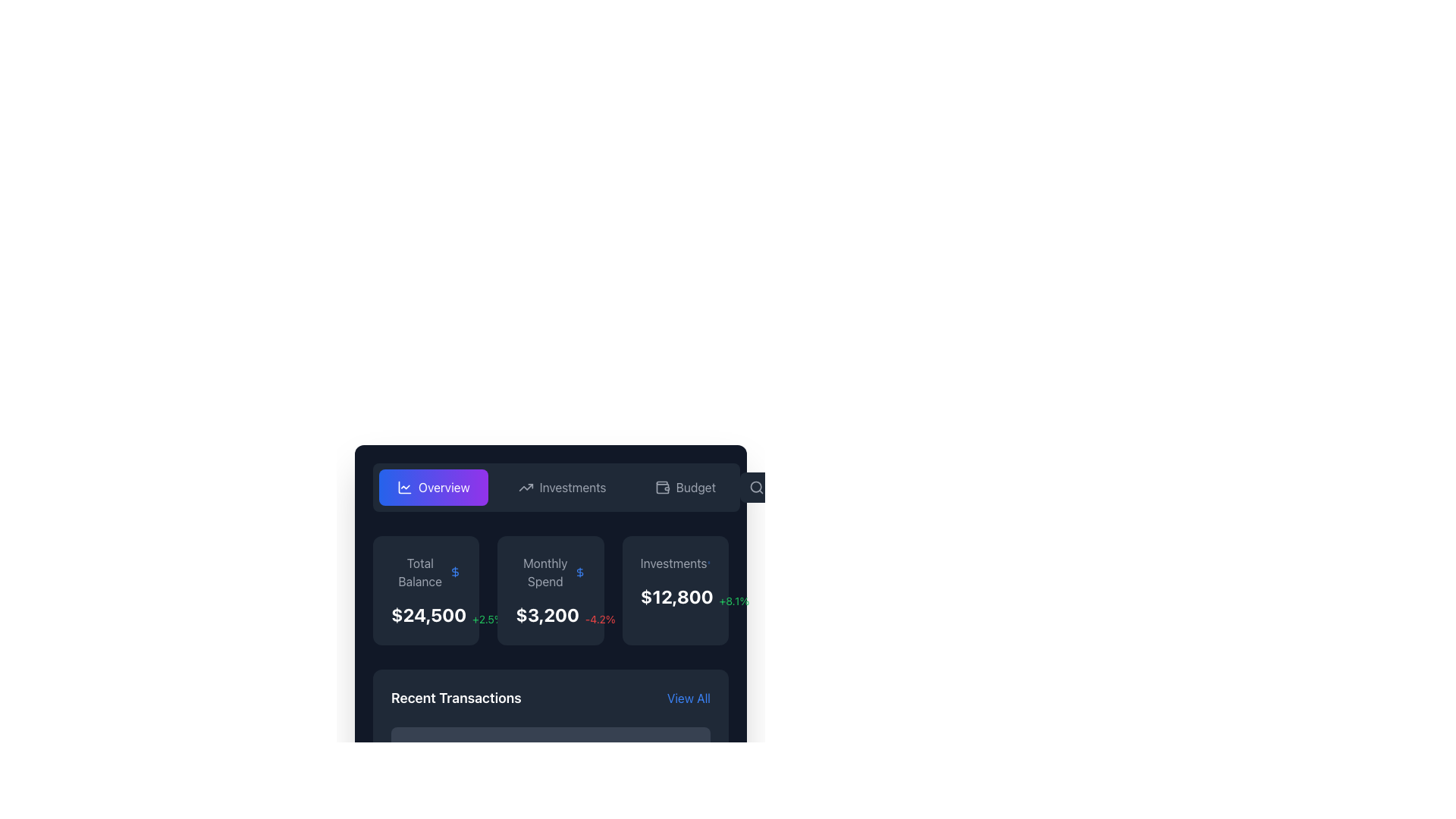 The height and width of the screenshot is (819, 1456). What do you see at coordinates (572, 488) in the screenshot?
I see `the 'Investments' text label in the navigation bar` at bounding box center [572, 488].